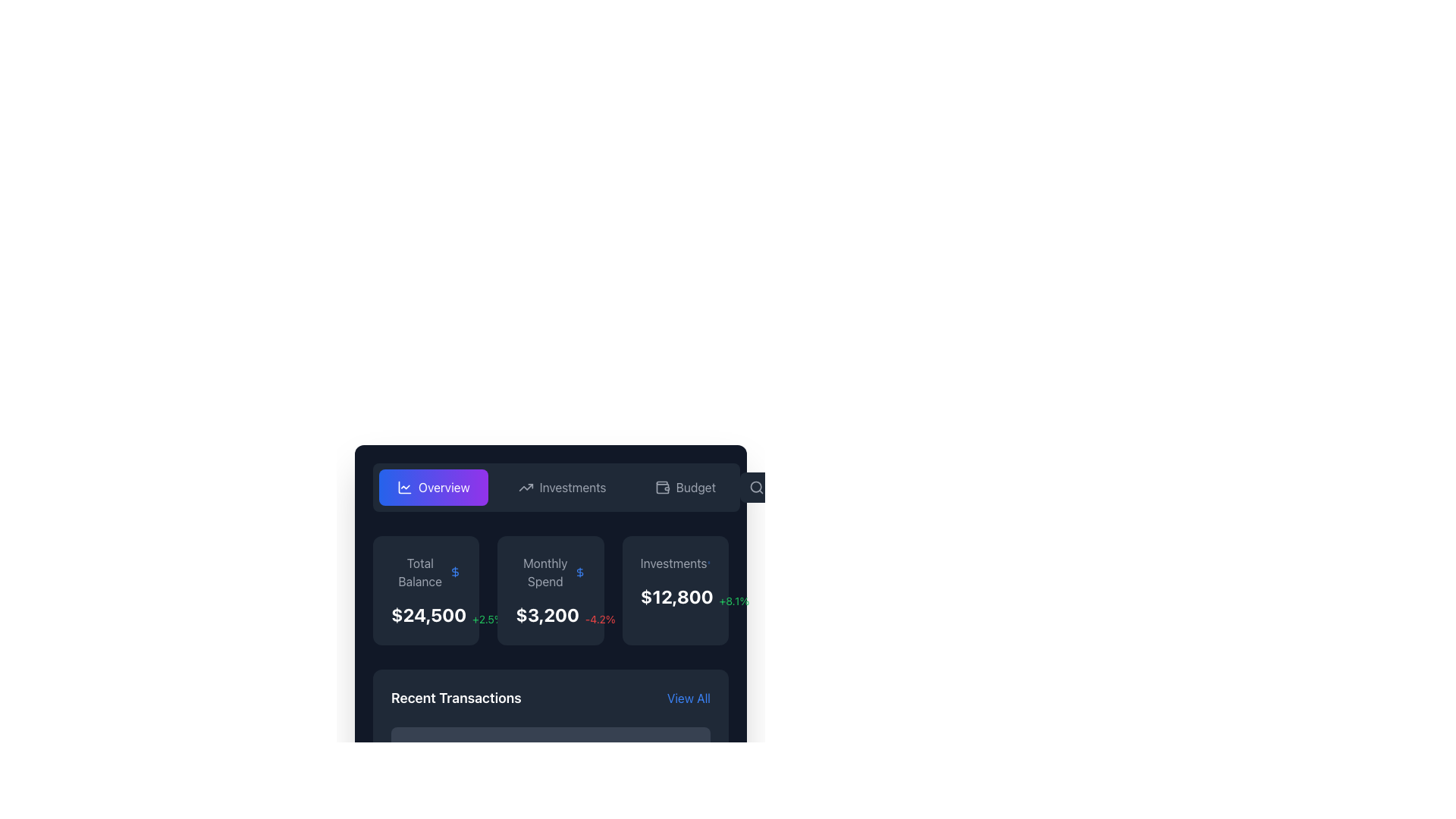 The height and width of the screenshot is (819, 1456). What do you see at coordinates (572, 488) in the screenshot?
I see `the 'Investments' text label in the navigation bar` at bounding box center [572, 488].